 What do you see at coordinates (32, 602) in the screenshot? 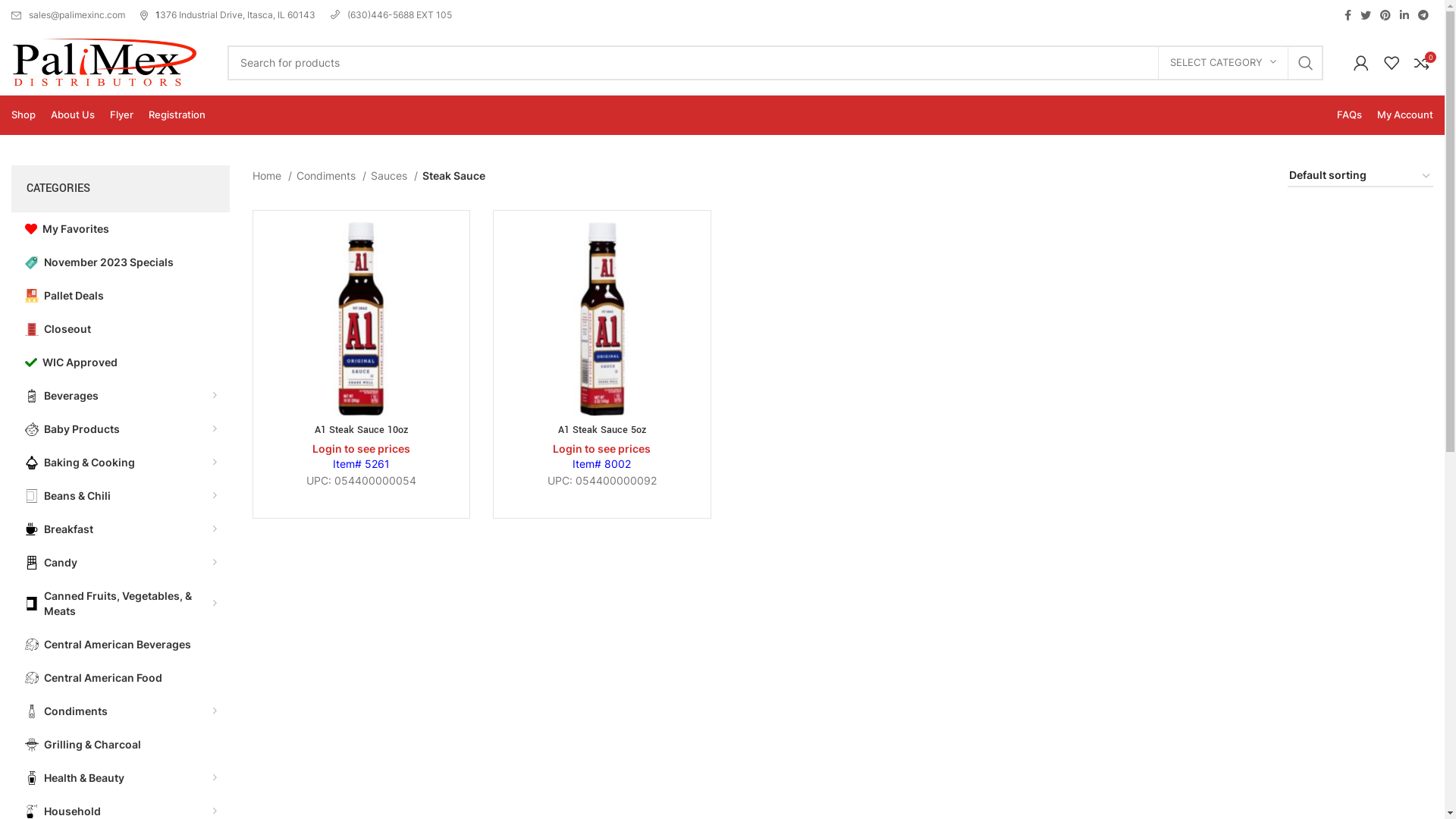
I see `'canned-food-tinned-food'` at bounding box center [32, 602].